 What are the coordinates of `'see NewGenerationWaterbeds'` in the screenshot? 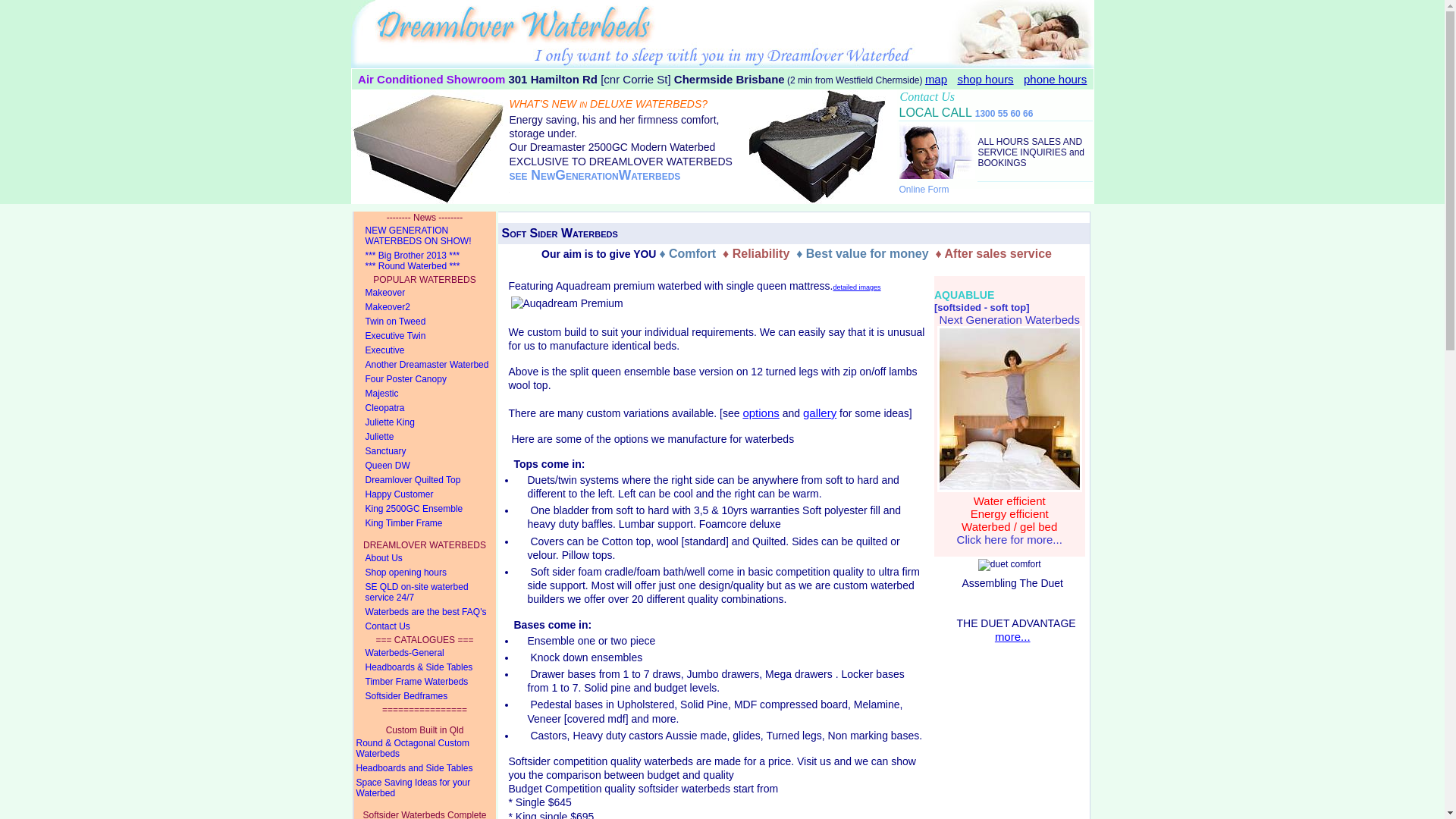 It's located at (595, 174).